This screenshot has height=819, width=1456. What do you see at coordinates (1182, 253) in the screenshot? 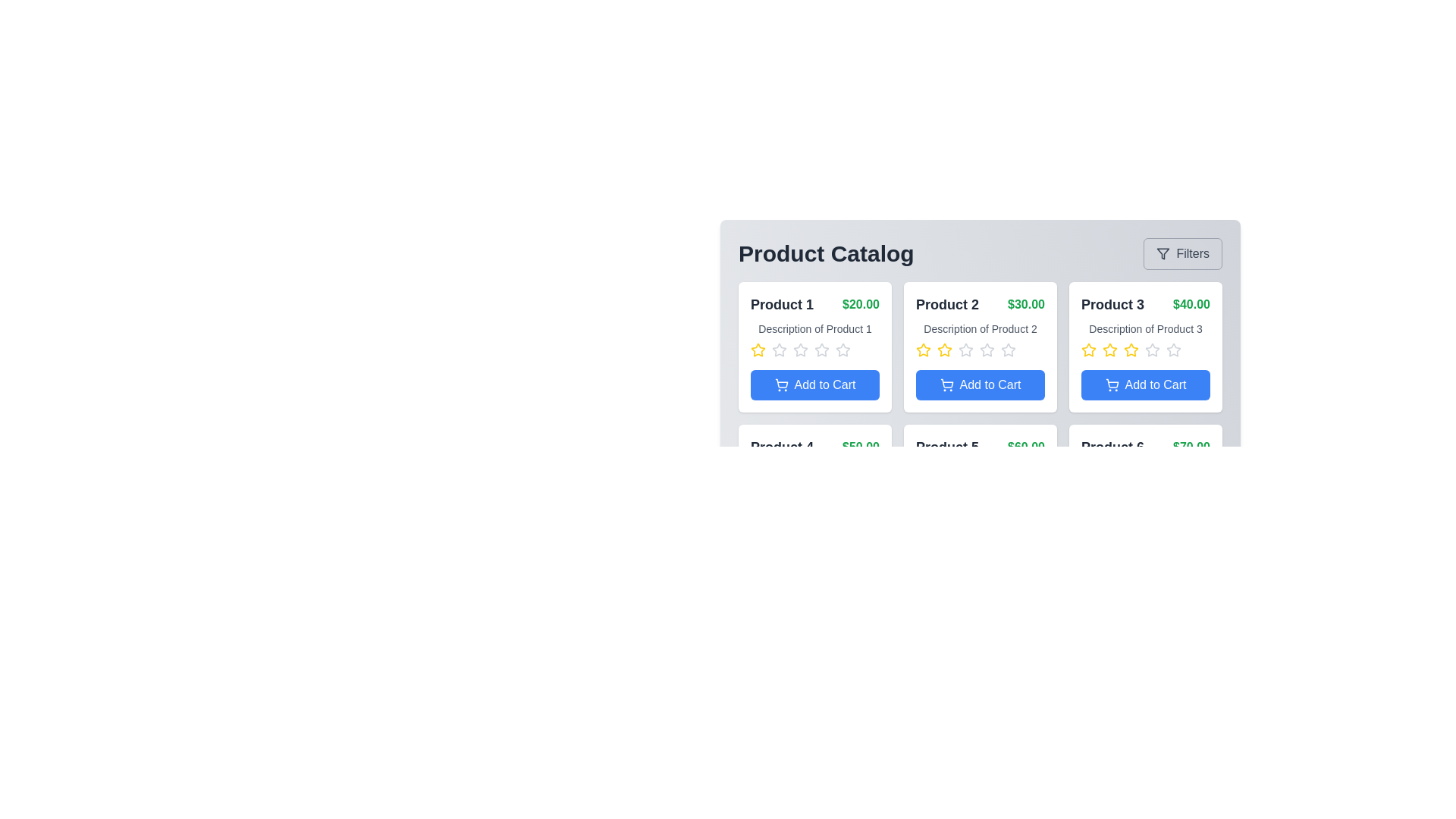
I see `the 'Filters' button to open or adjust filtering options` at bounding box center [1182, 253].